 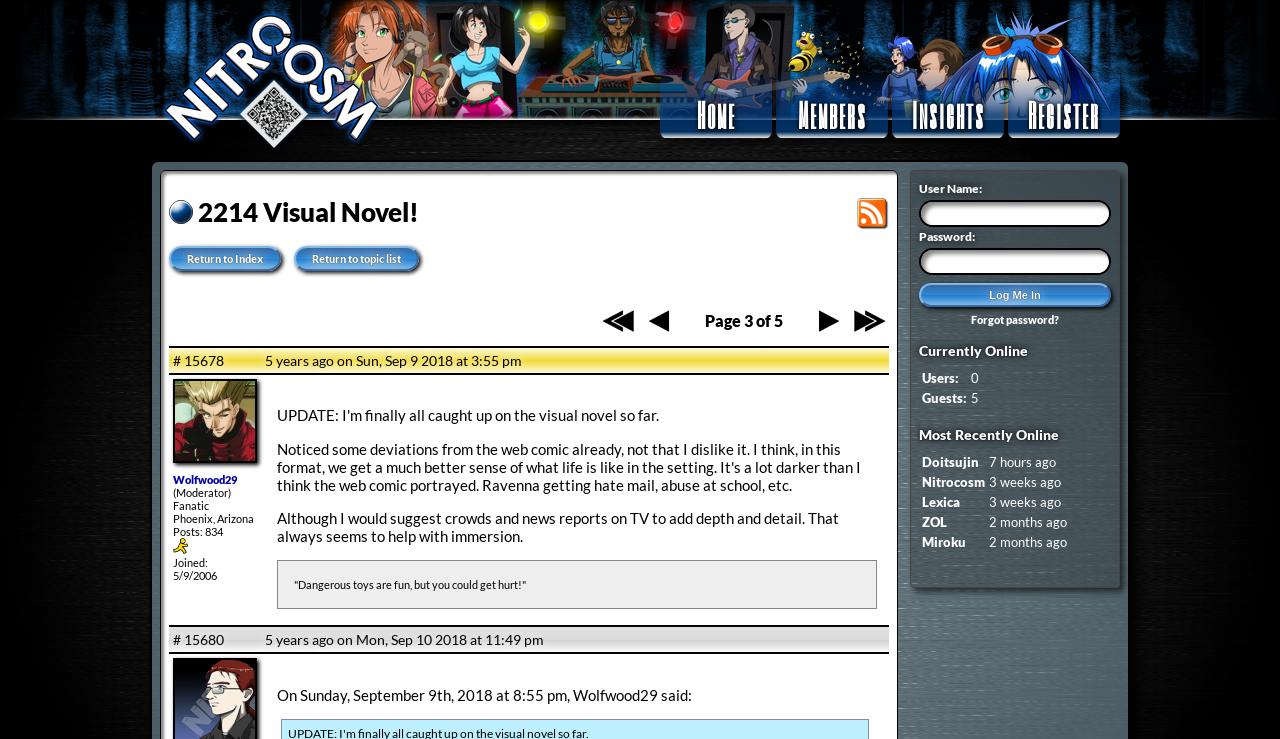 What do you see at coordinates (974, 377) in the screenshot?
I see `'0'` at bounding box center [974, 377].